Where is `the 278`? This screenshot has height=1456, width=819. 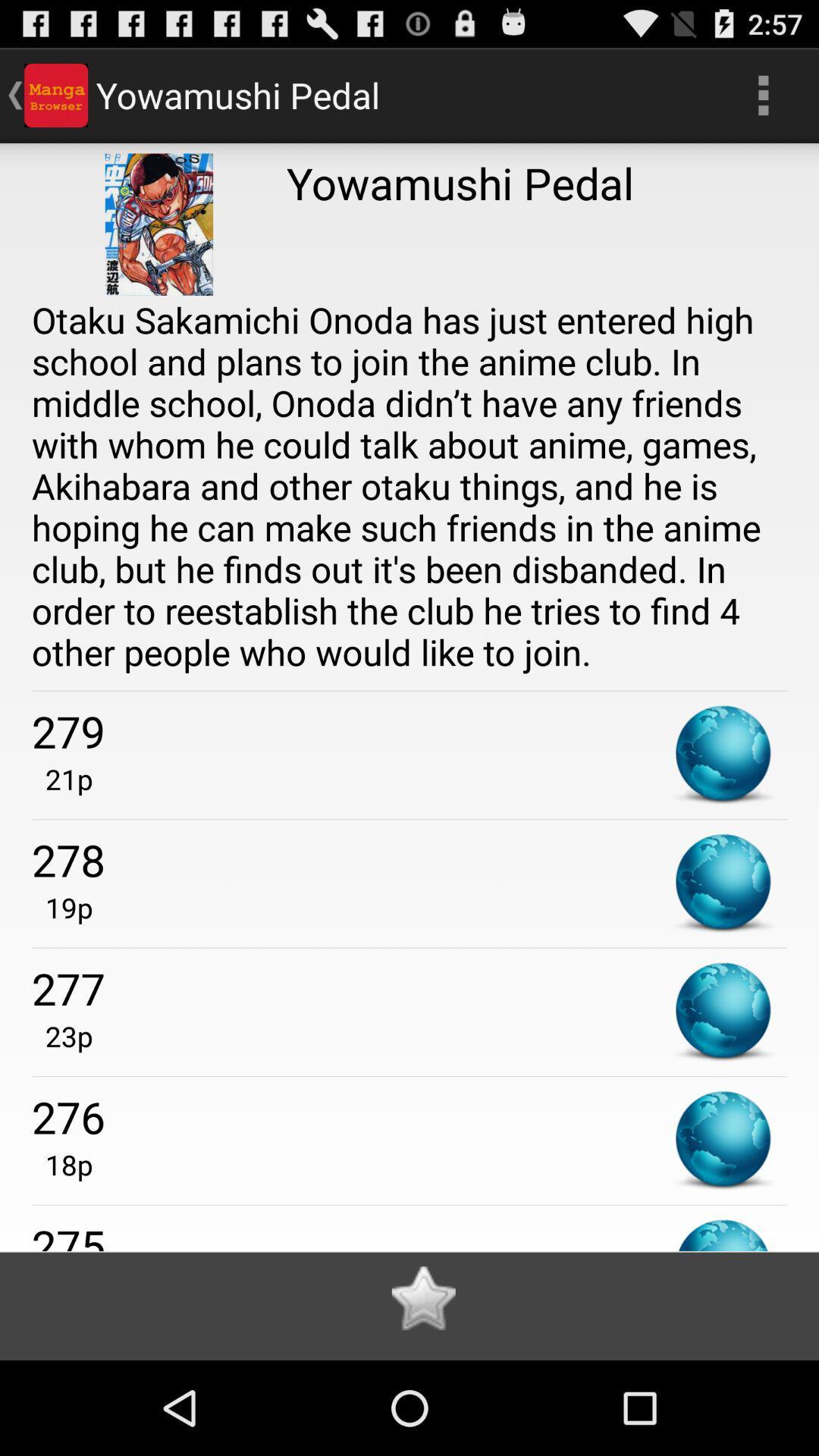
the 278 is located at coordinates (409, 859).